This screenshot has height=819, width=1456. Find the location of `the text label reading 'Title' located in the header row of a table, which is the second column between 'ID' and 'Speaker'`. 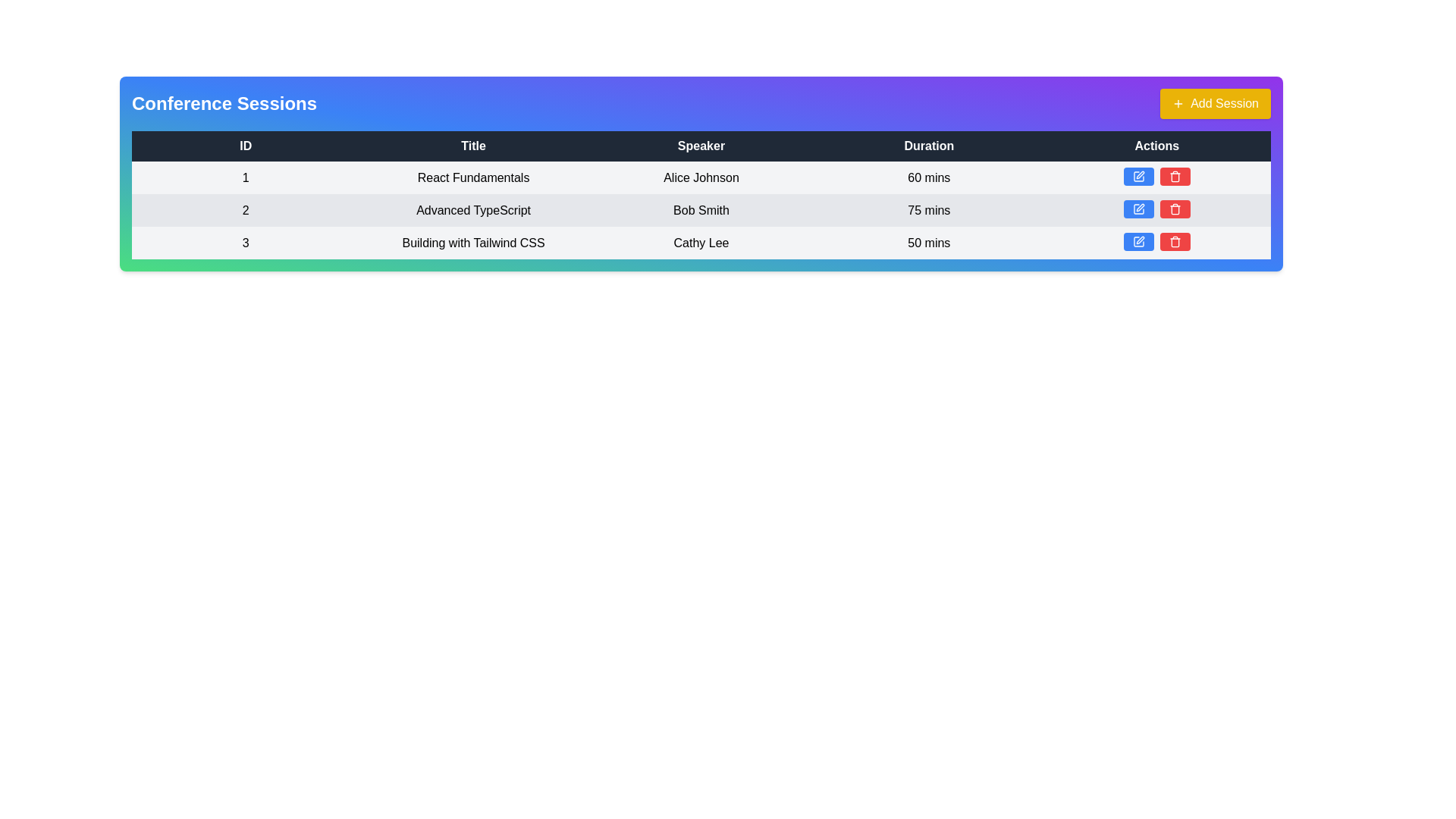

the text label reading 'Title' located in the header row of a table, which is the second column between 'ID' and 'Speaker' is located at coordinates (472, 146).